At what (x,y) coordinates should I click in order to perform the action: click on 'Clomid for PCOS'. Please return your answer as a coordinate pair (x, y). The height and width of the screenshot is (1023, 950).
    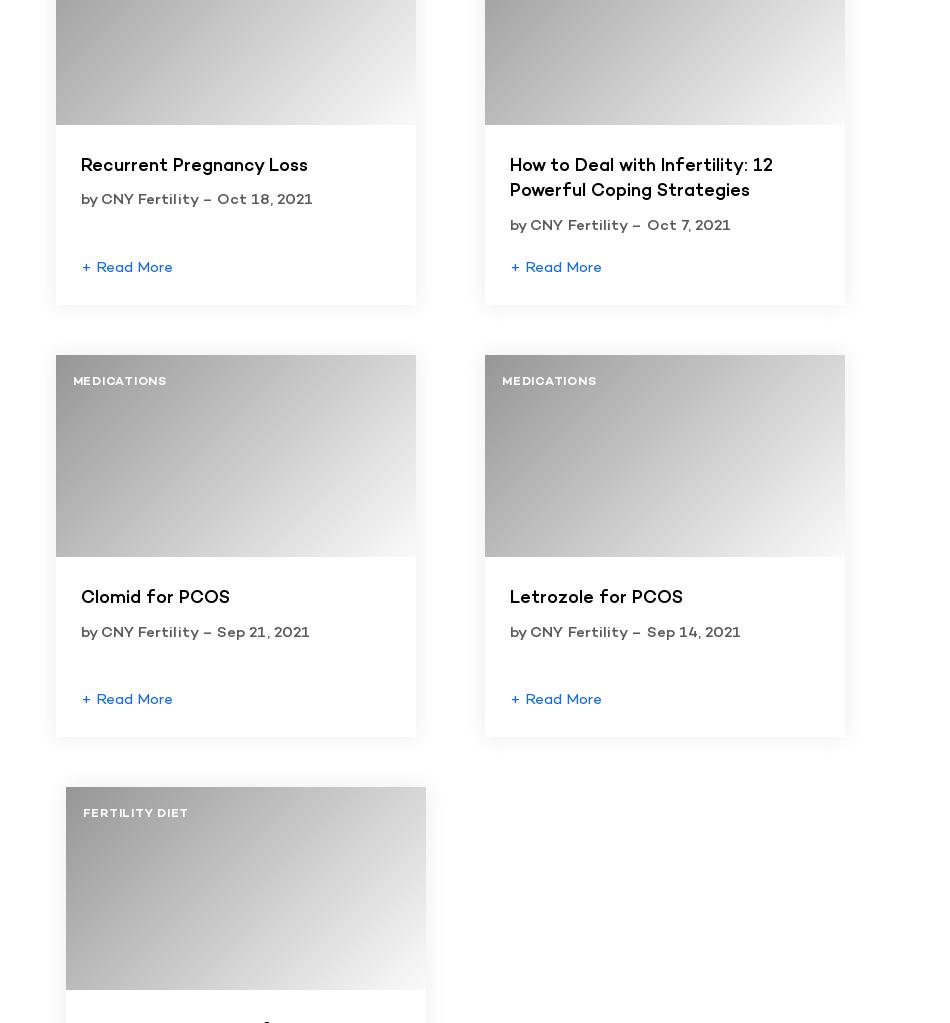
    Looking at the image, I should click on (154, 597).